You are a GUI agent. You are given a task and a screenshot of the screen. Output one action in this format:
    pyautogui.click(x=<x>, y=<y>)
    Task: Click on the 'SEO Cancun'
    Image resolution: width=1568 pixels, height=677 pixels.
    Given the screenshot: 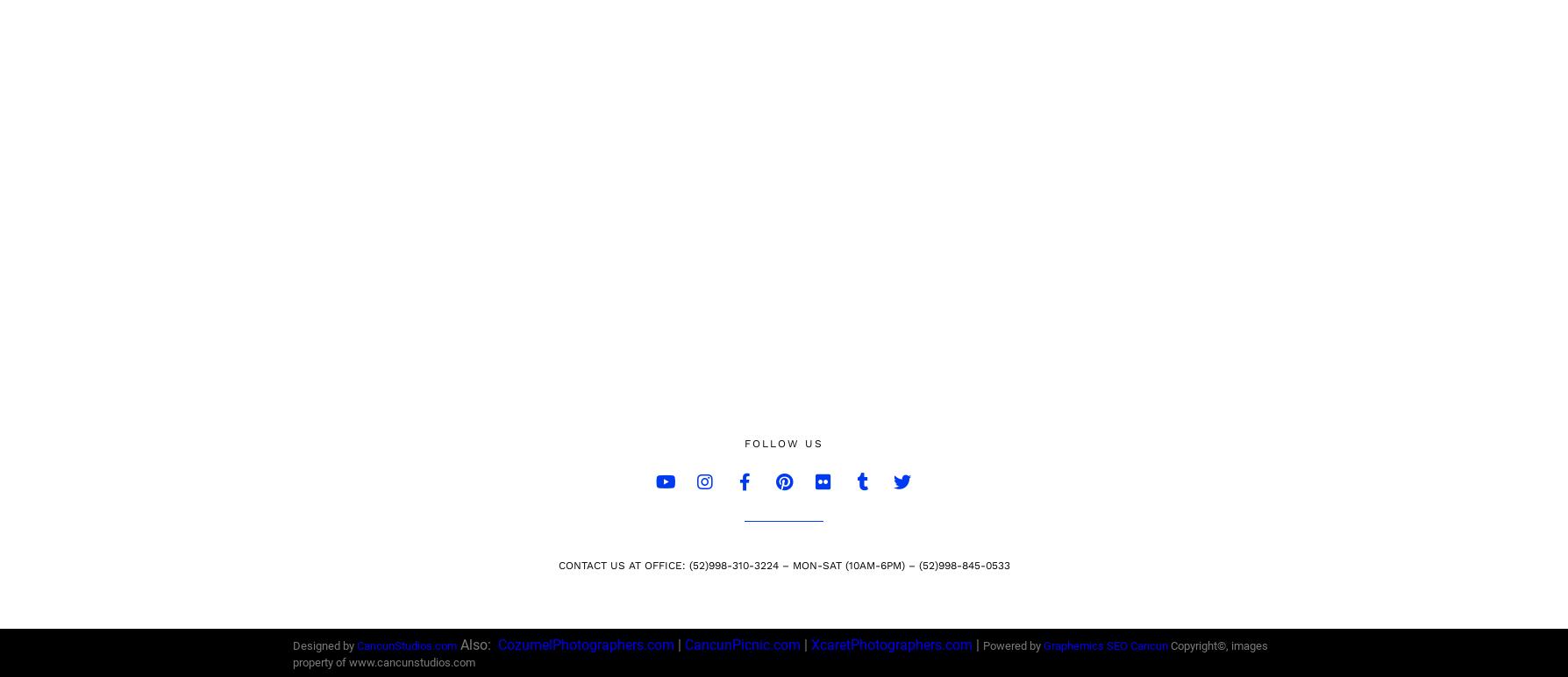 What is the action you would take?
    pyautogui.click(x=1105, y=645)
    